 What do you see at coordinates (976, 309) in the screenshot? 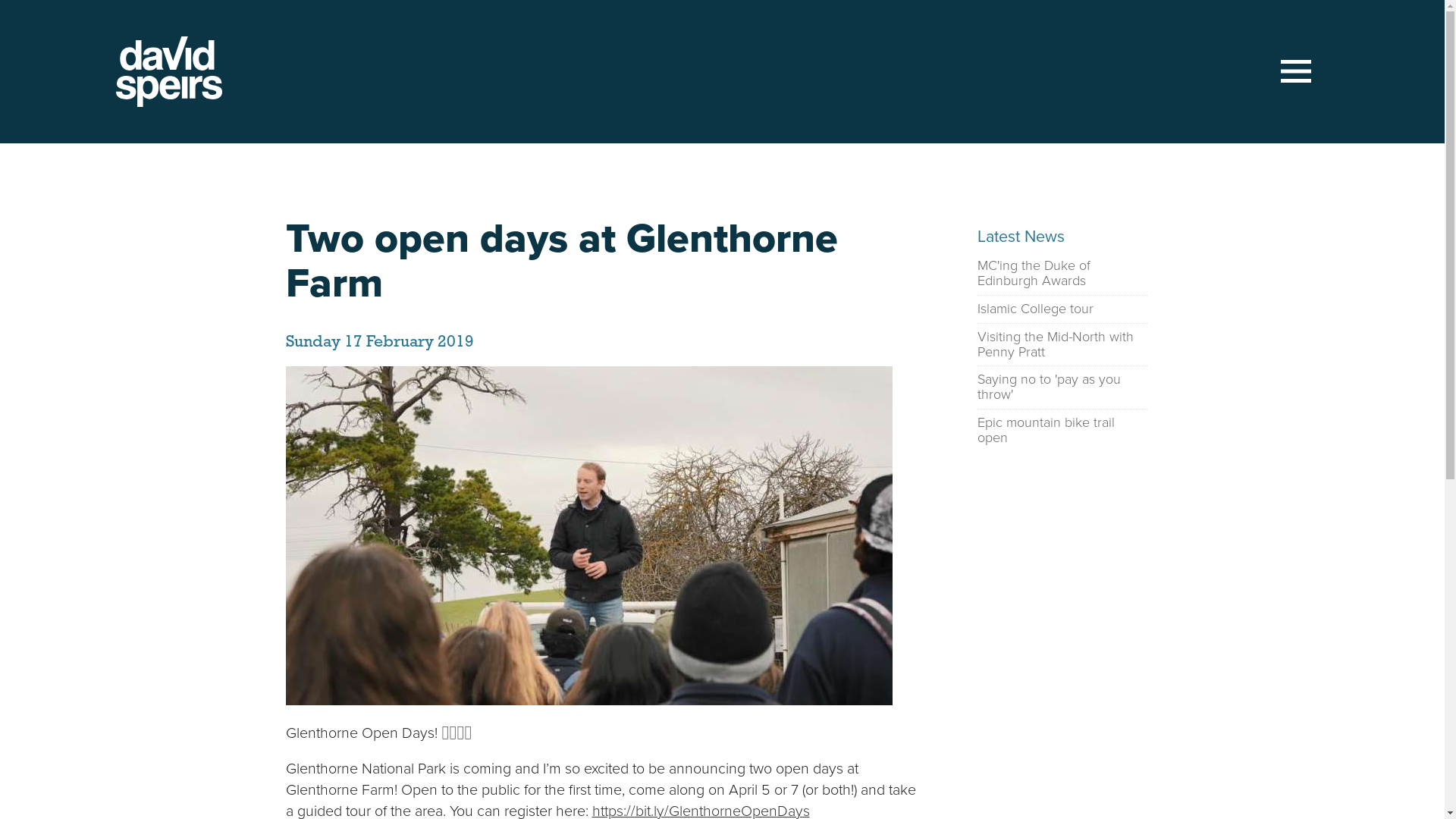
I see `'Islamic College tour'` at bounding box center [976, 309].